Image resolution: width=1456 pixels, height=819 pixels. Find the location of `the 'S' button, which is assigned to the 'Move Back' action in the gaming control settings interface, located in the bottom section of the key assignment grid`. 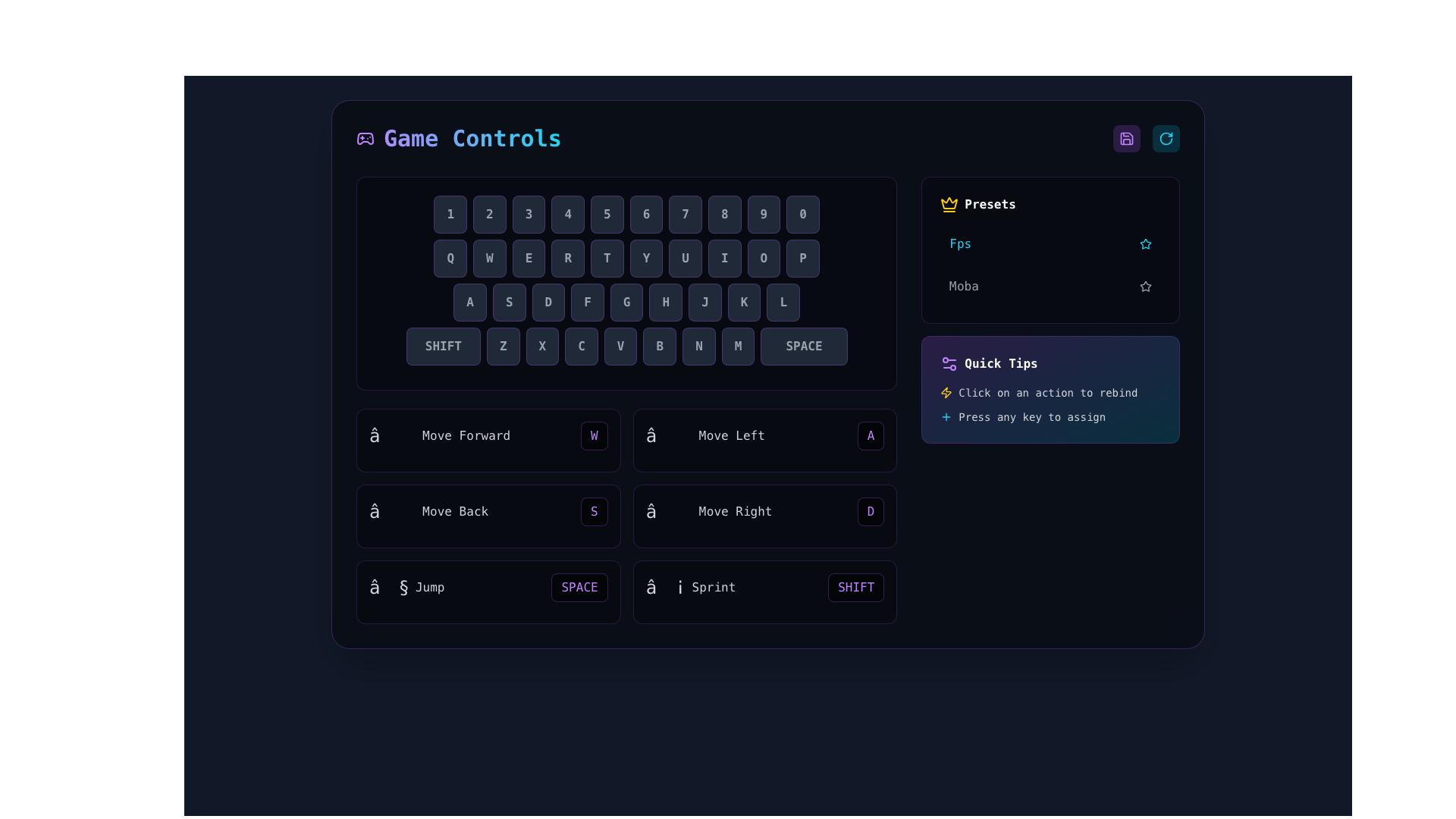

the 'S' button, which is assigned to the 'Move Back' action in the gaming control settings interface, located in the bottom section of the key assignment grid is located at coordinates (593, 512).